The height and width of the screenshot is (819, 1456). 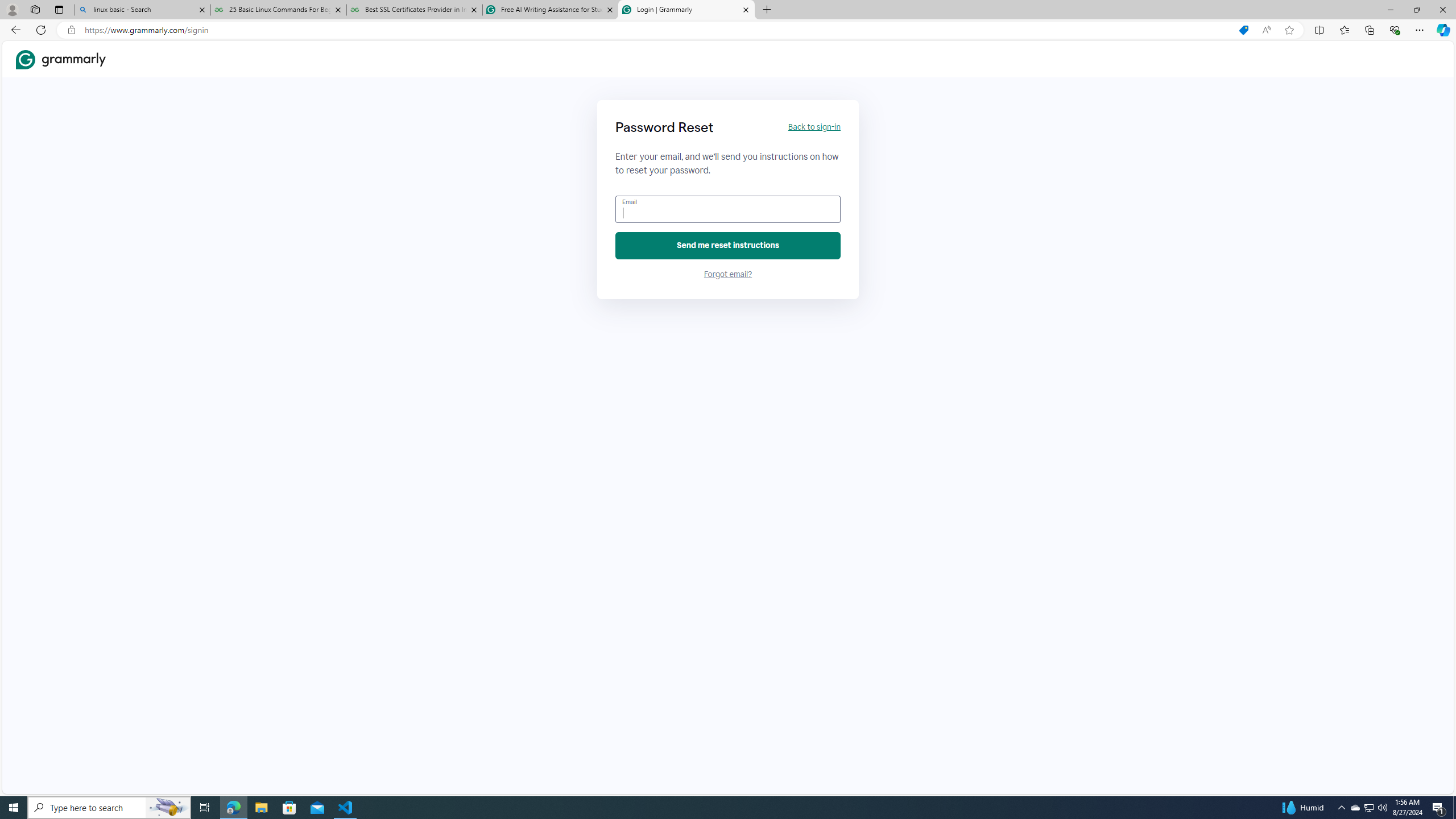 I want to click on 'Email', so click(x=728, y=209).